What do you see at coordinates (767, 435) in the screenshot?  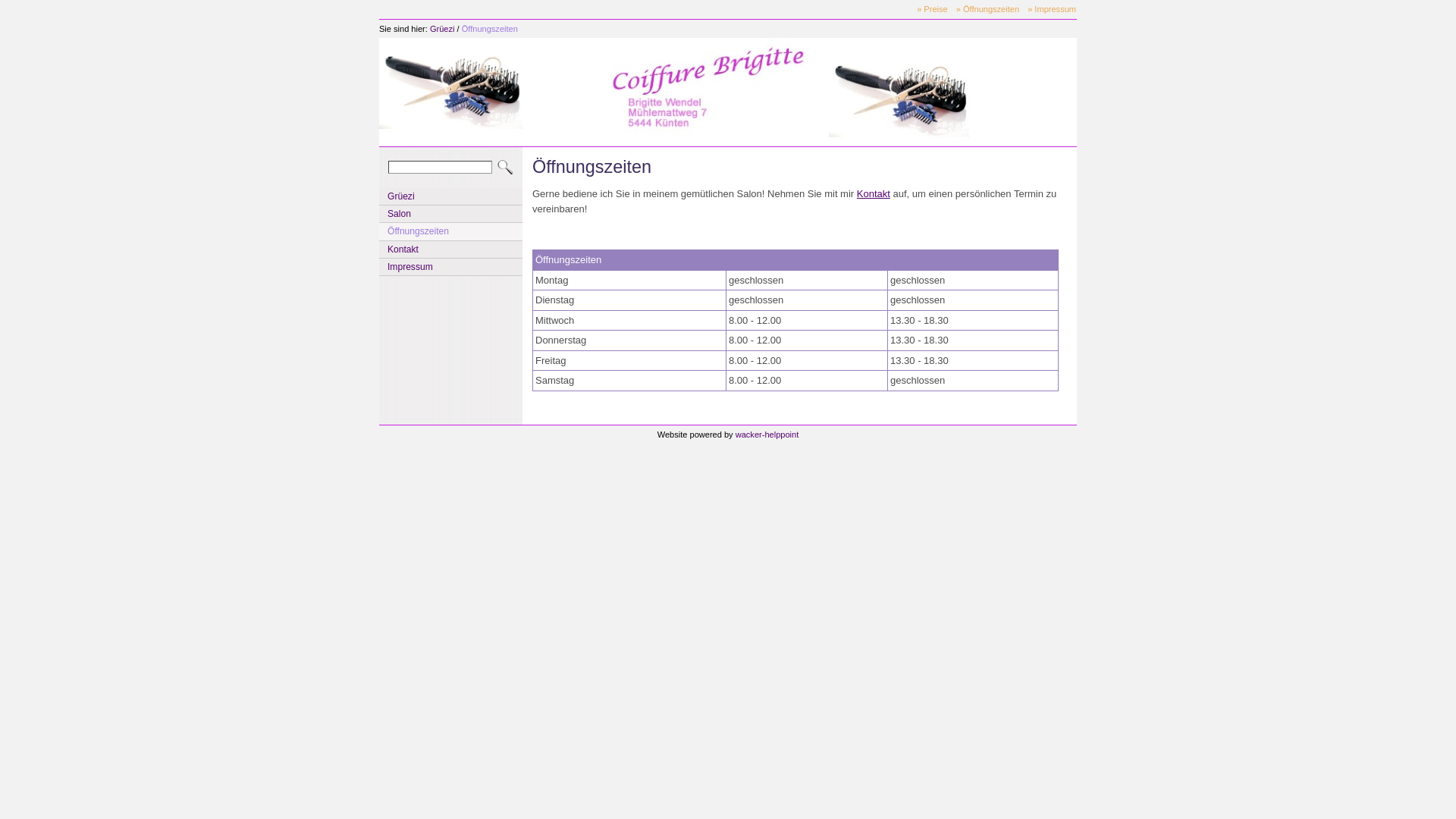 I see `'wacker-helppoint'` at bounding box center [767, 435].